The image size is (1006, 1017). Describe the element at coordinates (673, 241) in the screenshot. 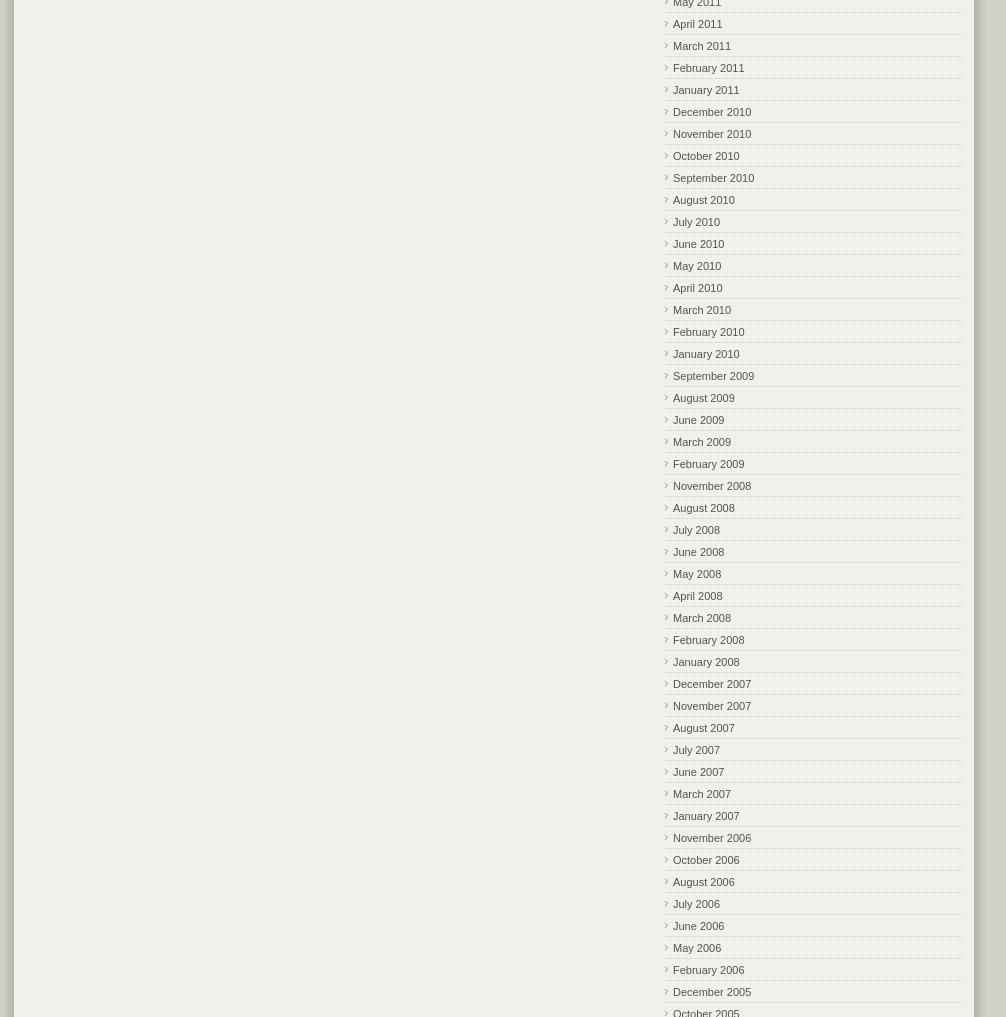

I see `'June 2010'` at that location.